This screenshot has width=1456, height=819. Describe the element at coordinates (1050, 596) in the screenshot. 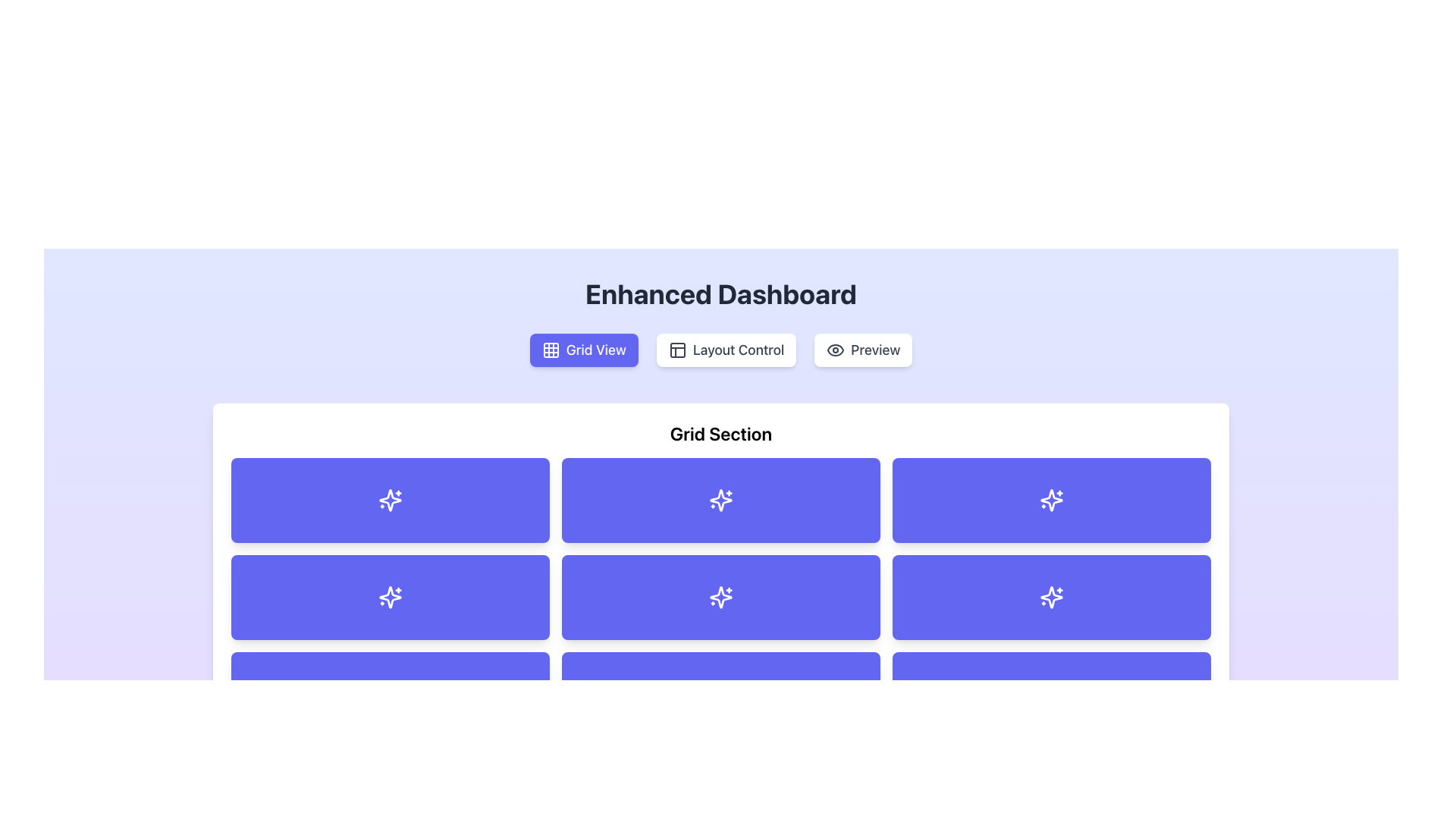

I see `the blue button with a sparkles-shaped icon located in the third column of the second row in the 'Grid Section'` at that location.